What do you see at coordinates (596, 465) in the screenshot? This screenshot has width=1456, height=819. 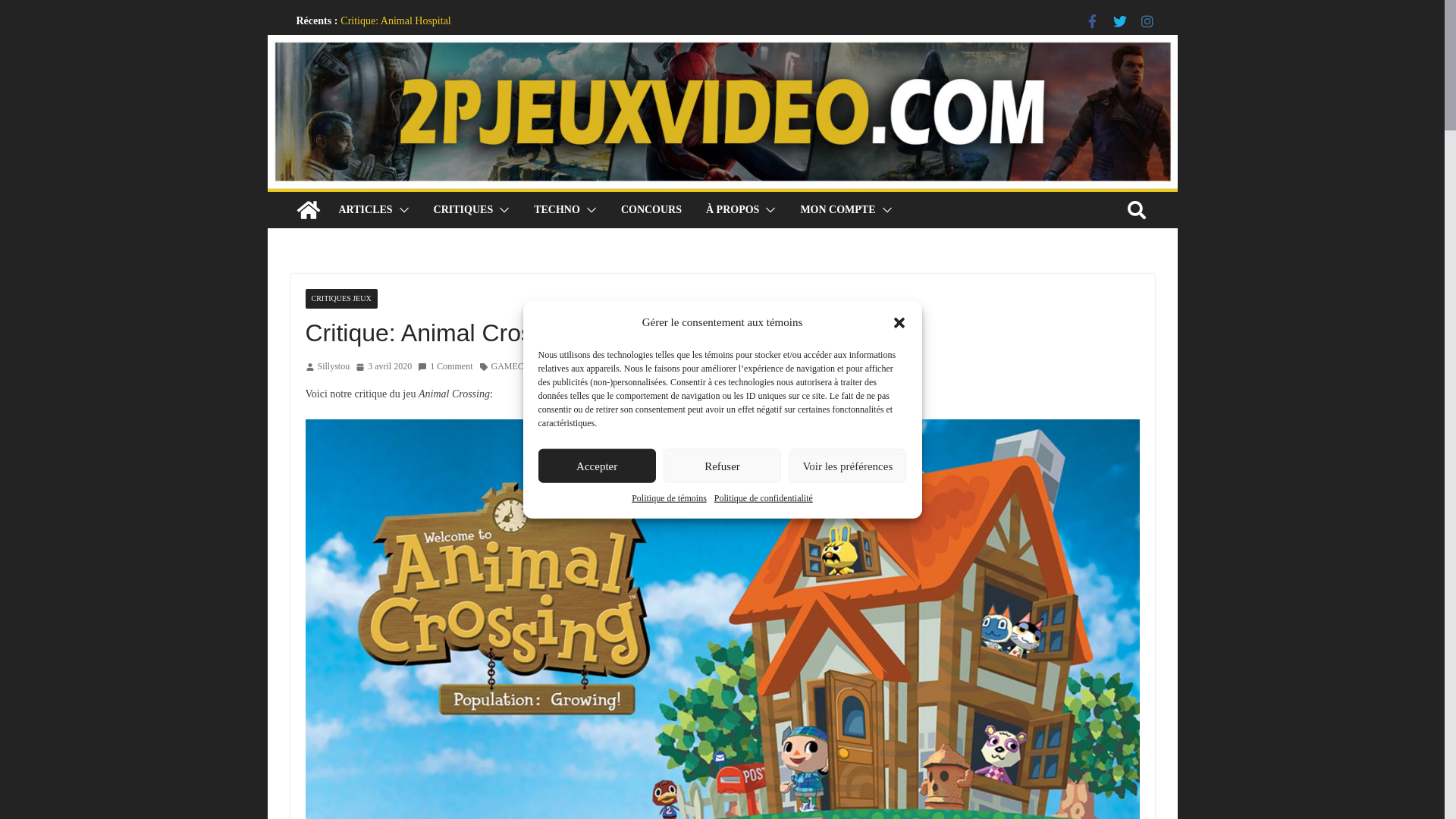 I see `'Accepter'` at bounding box center [596, 465].